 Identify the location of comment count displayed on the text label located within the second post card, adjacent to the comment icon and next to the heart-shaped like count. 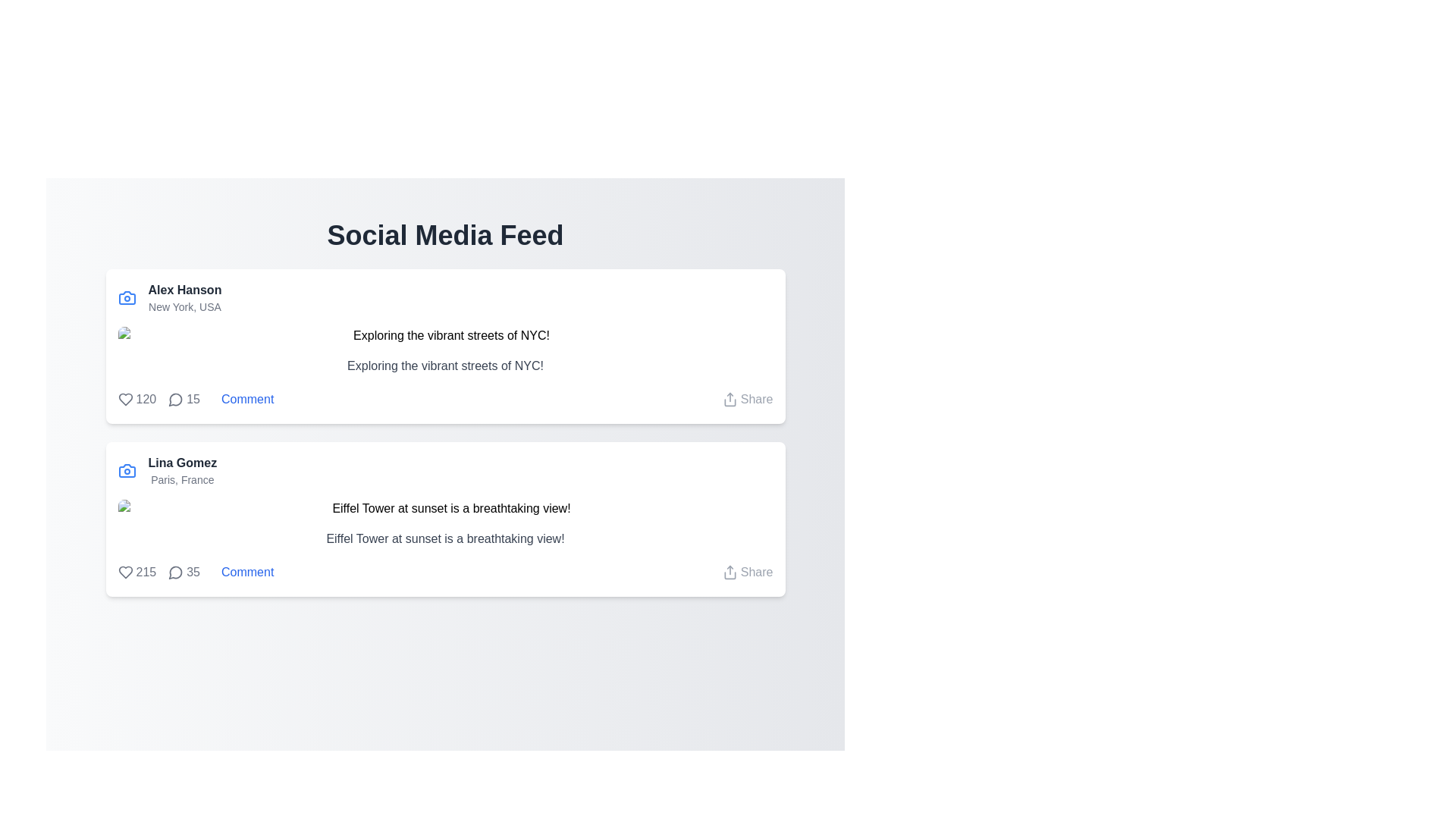
(184, 573).